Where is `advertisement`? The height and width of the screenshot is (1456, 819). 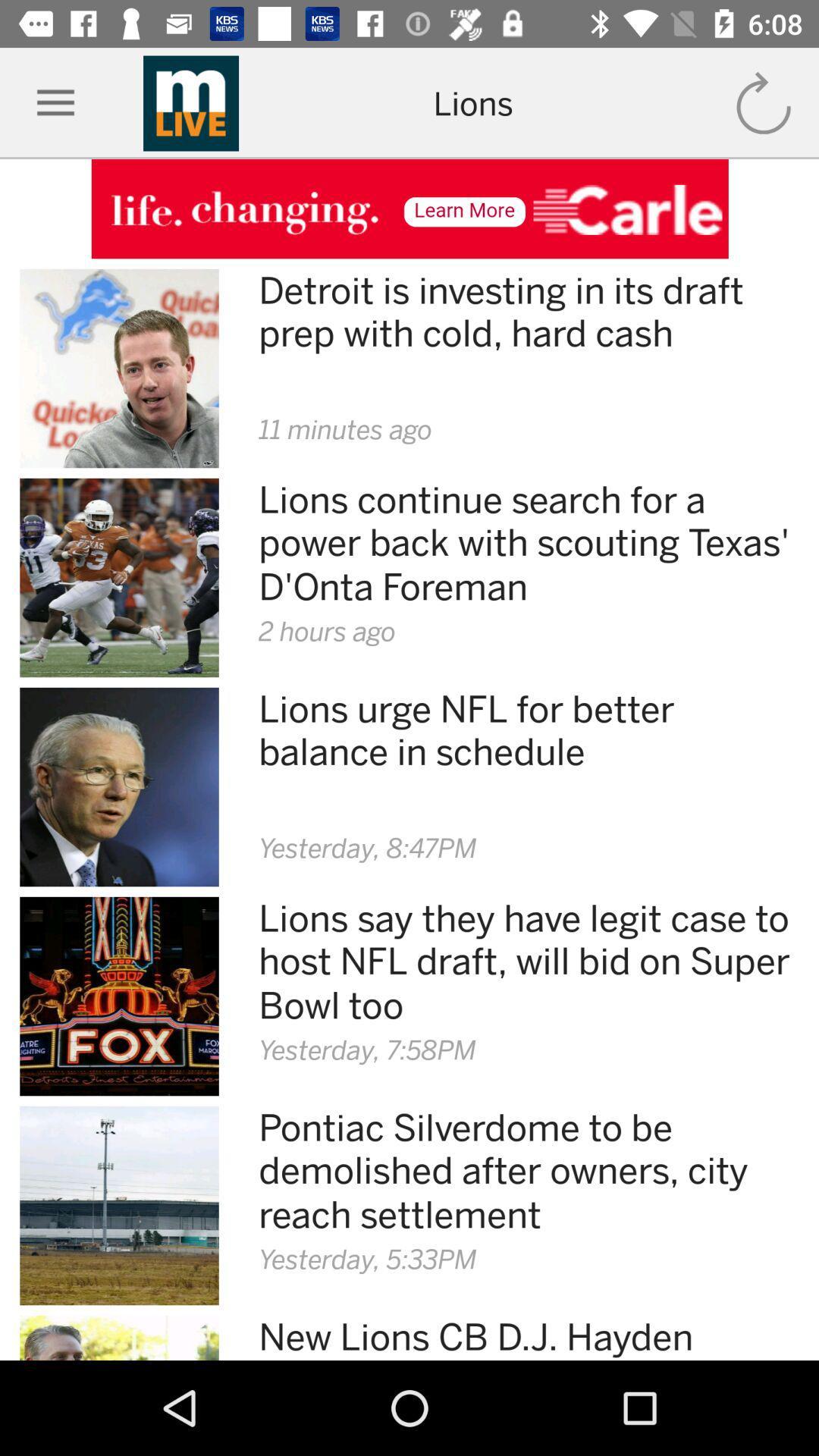
advertisement is located at coordinates (409, 208).